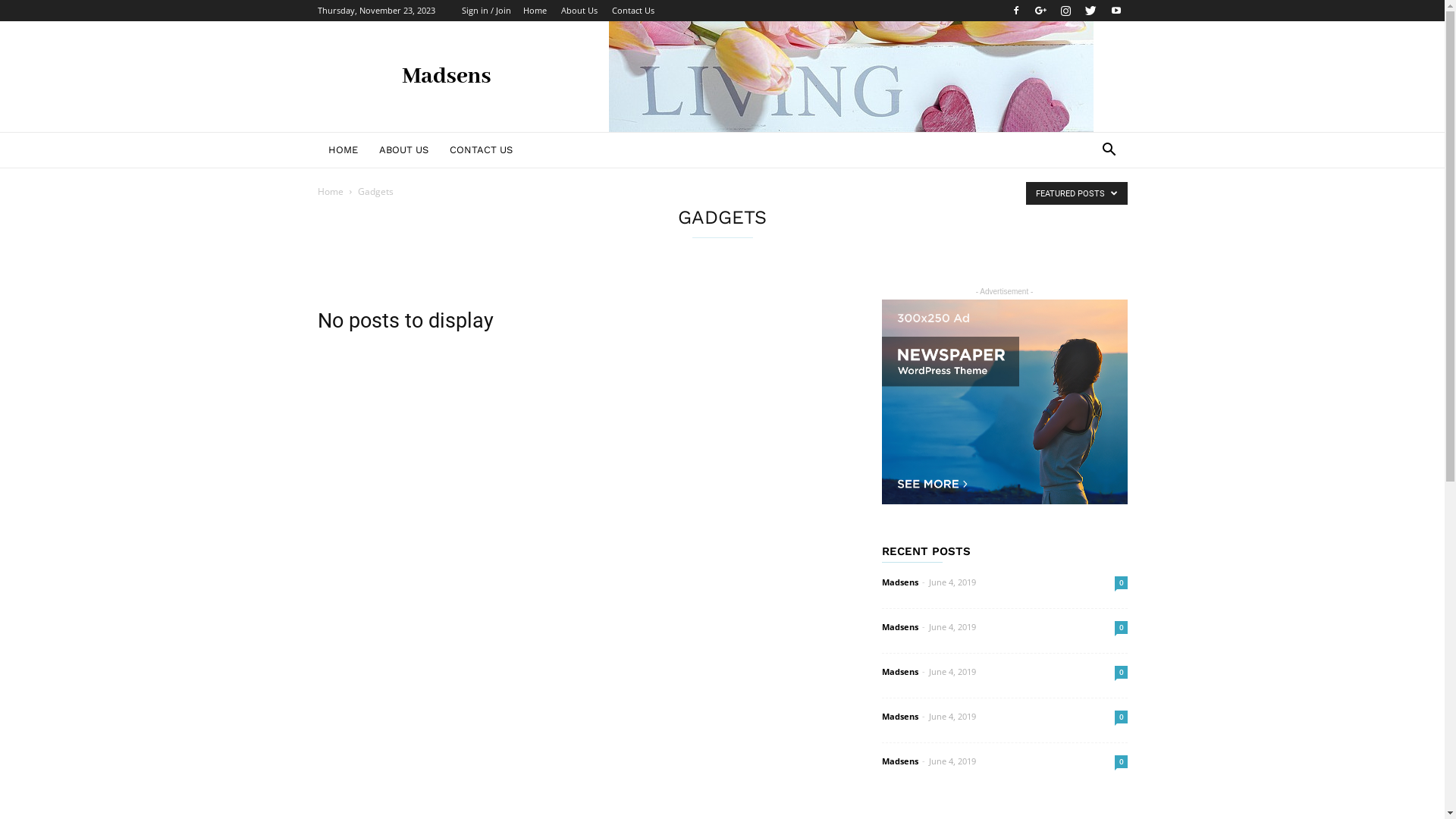  What do you see at coordinates (1121, 761) in the screenshot?
I see `'0'` at bounding box center [1121, 761].